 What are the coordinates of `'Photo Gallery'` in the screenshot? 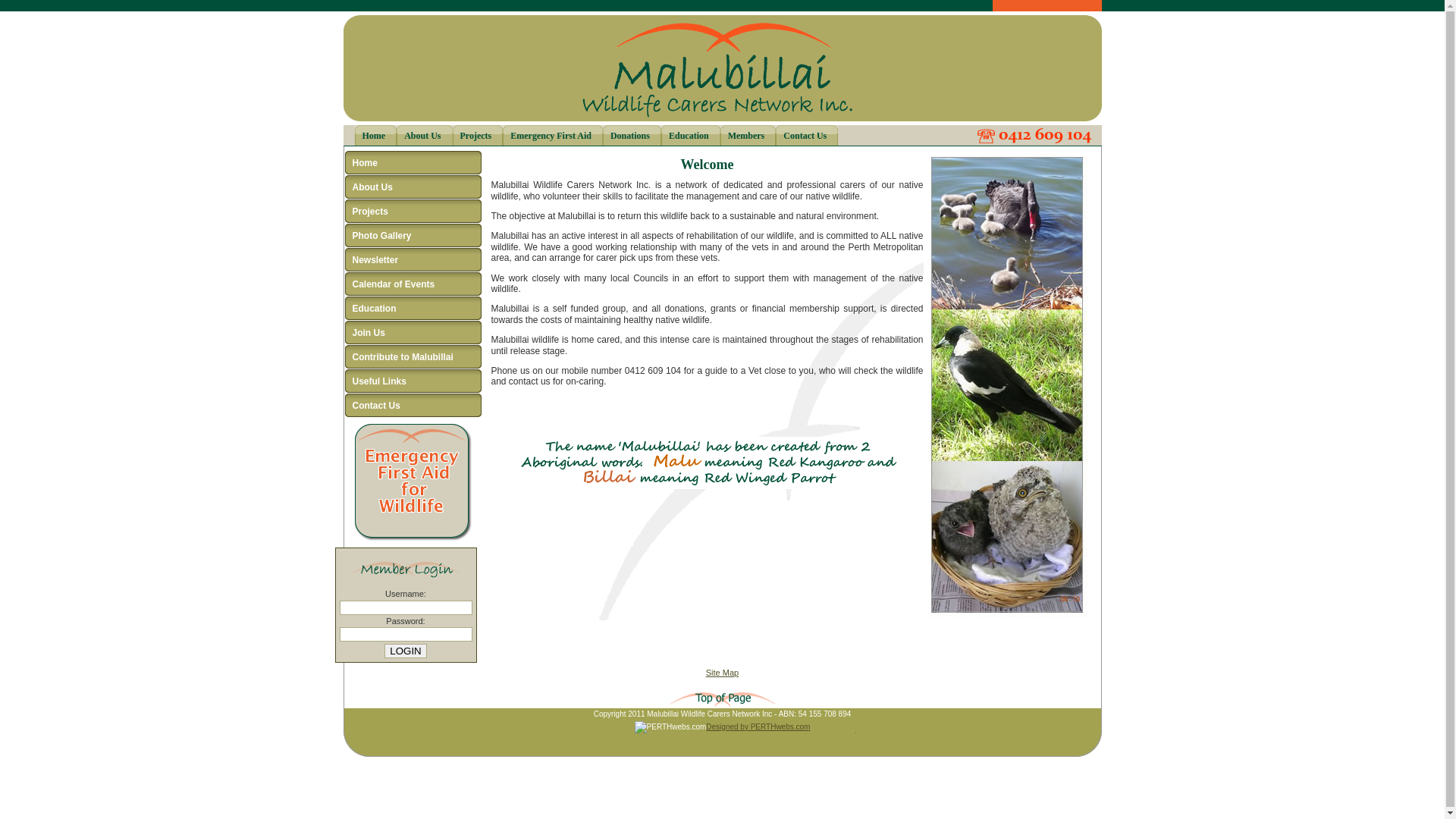 It's located at (344, 236).